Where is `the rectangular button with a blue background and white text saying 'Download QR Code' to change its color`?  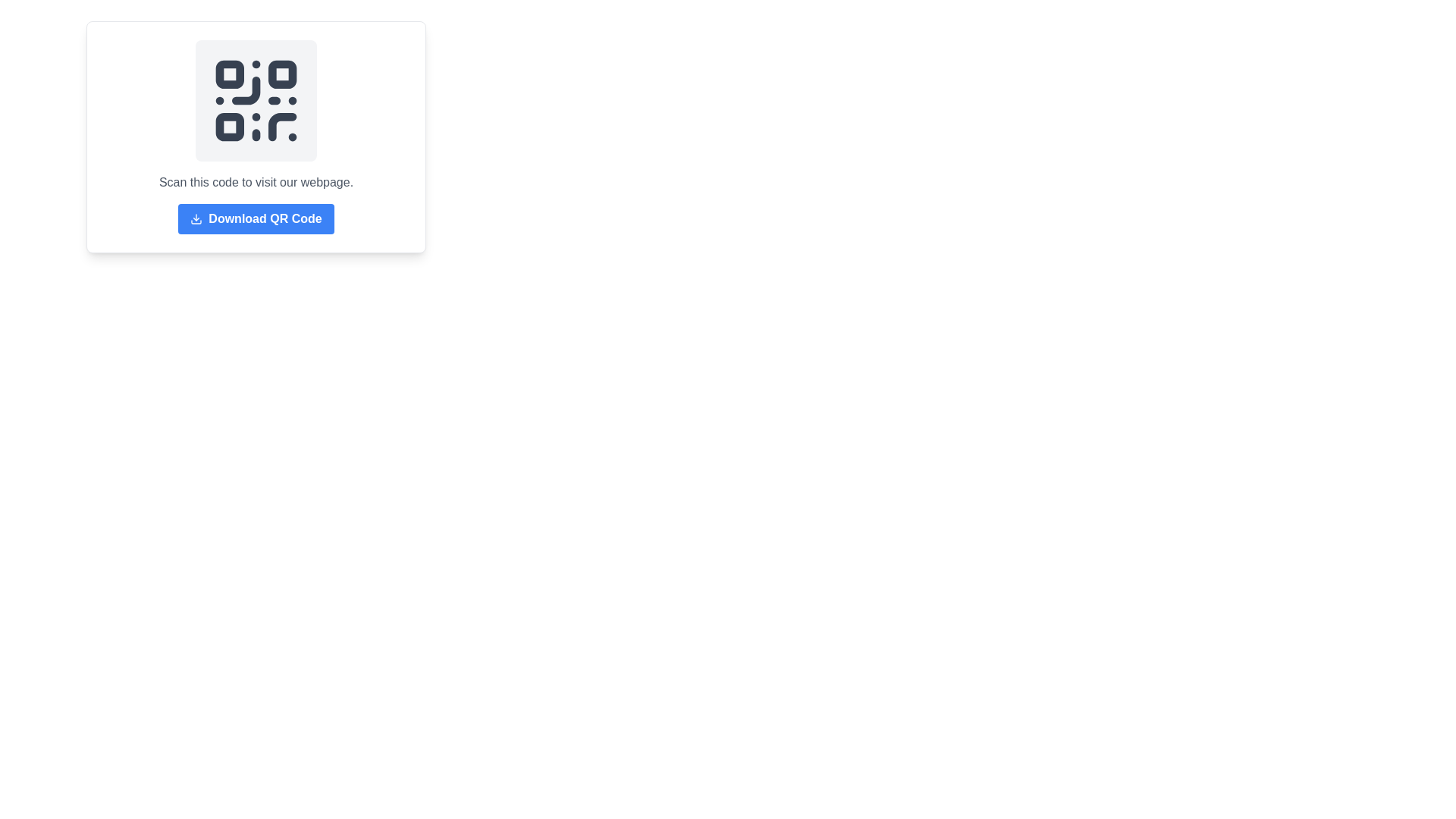
the rectangular button with a blue background and white text saying 'Download QR Code' to change its color is located at coordinates (256, 219).